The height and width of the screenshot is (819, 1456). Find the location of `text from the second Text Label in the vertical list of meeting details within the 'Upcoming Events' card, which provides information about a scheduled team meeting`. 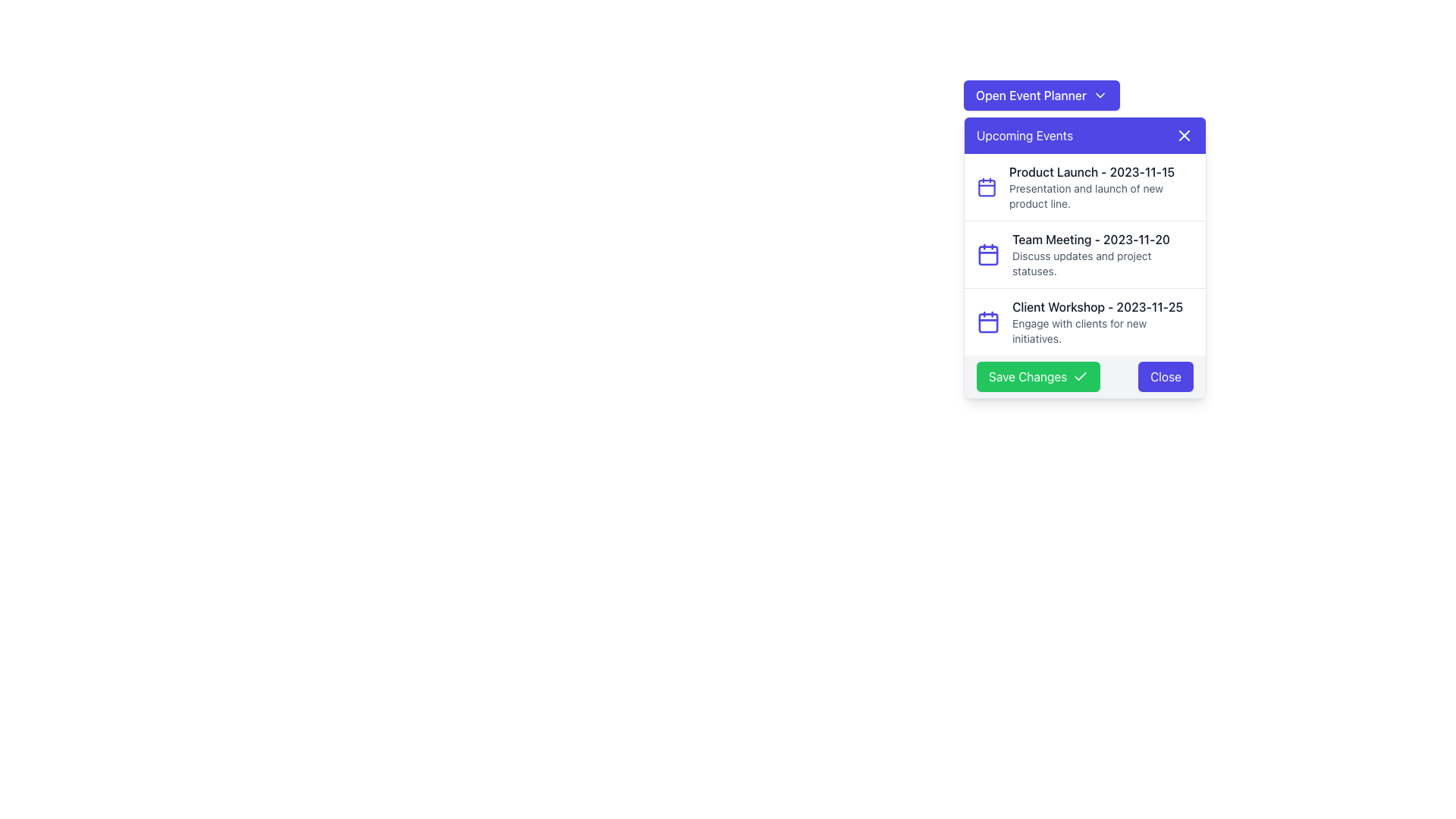

text from the second Text Label in the vertical list of meeting details within the 'Upcoming Events' card, which provides information about a scheduled team meeting is located at coordinates (1103, 253).